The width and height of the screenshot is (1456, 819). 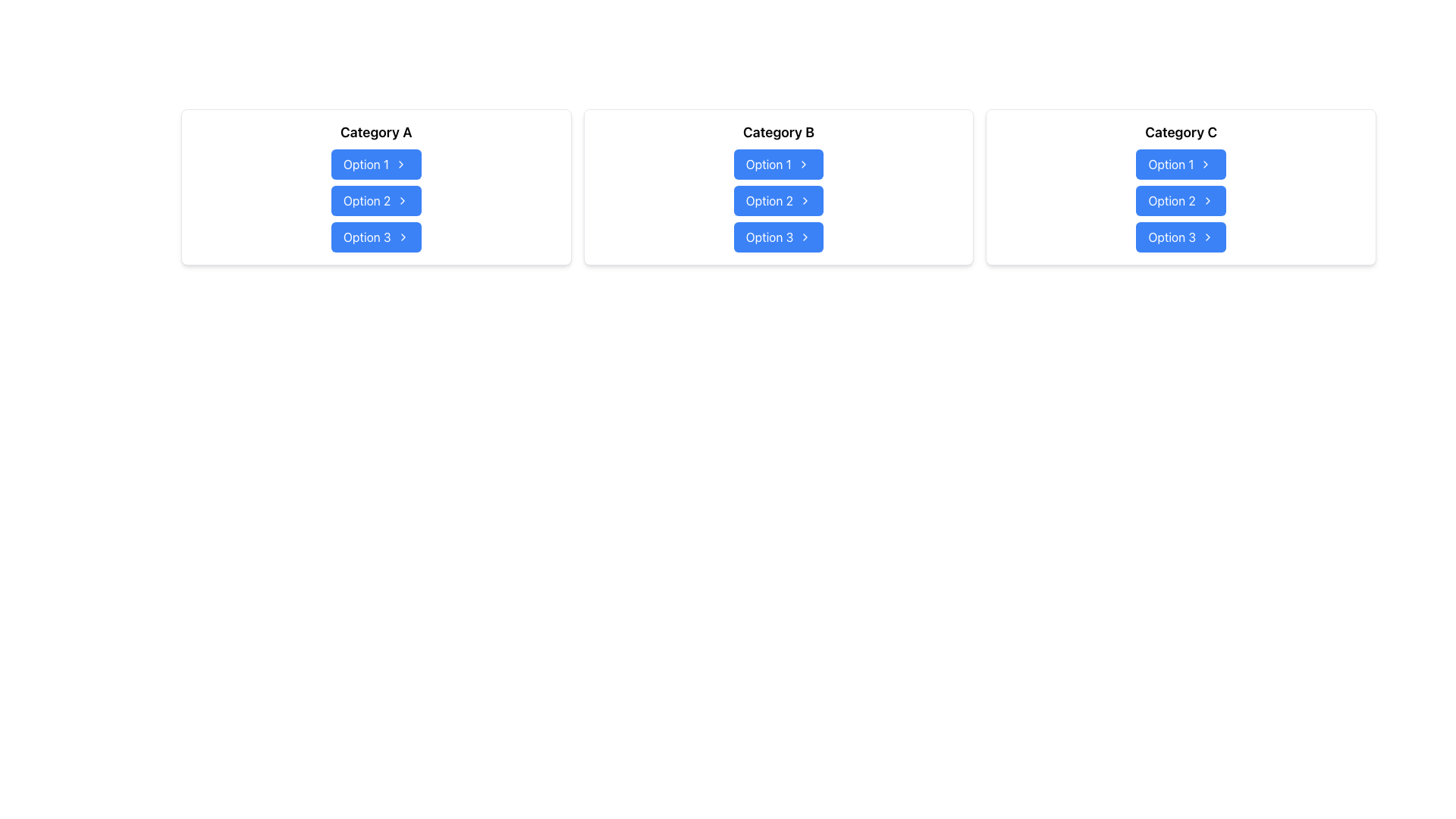 What do you see at coordinates (1180, 164) in the screenshot?
I see `the button labeled 'Option 1' with a blue background and an arrow icon` at bounding box center [1180, 164].